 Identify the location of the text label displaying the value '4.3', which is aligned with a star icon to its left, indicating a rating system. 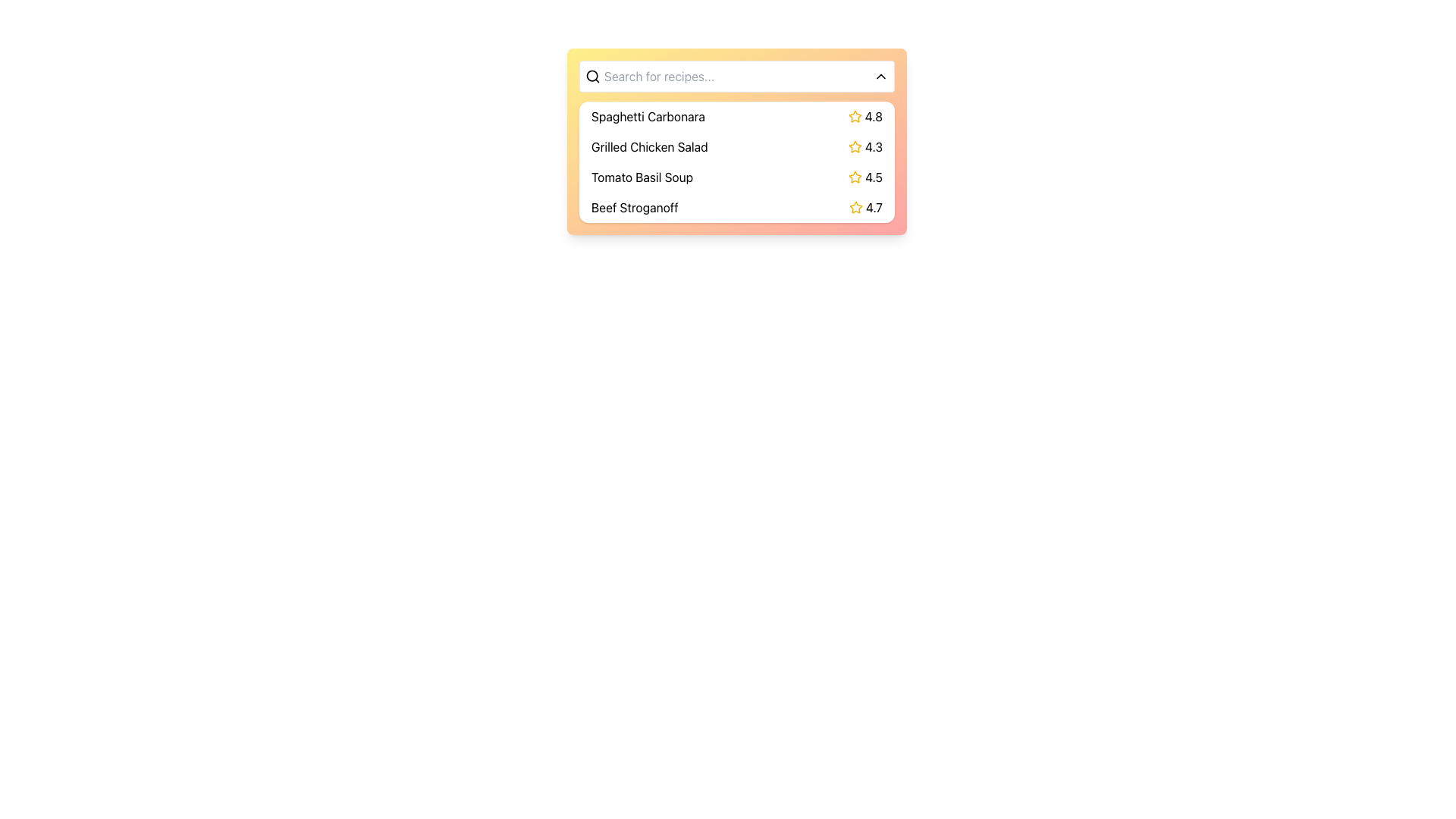
(874, 146).